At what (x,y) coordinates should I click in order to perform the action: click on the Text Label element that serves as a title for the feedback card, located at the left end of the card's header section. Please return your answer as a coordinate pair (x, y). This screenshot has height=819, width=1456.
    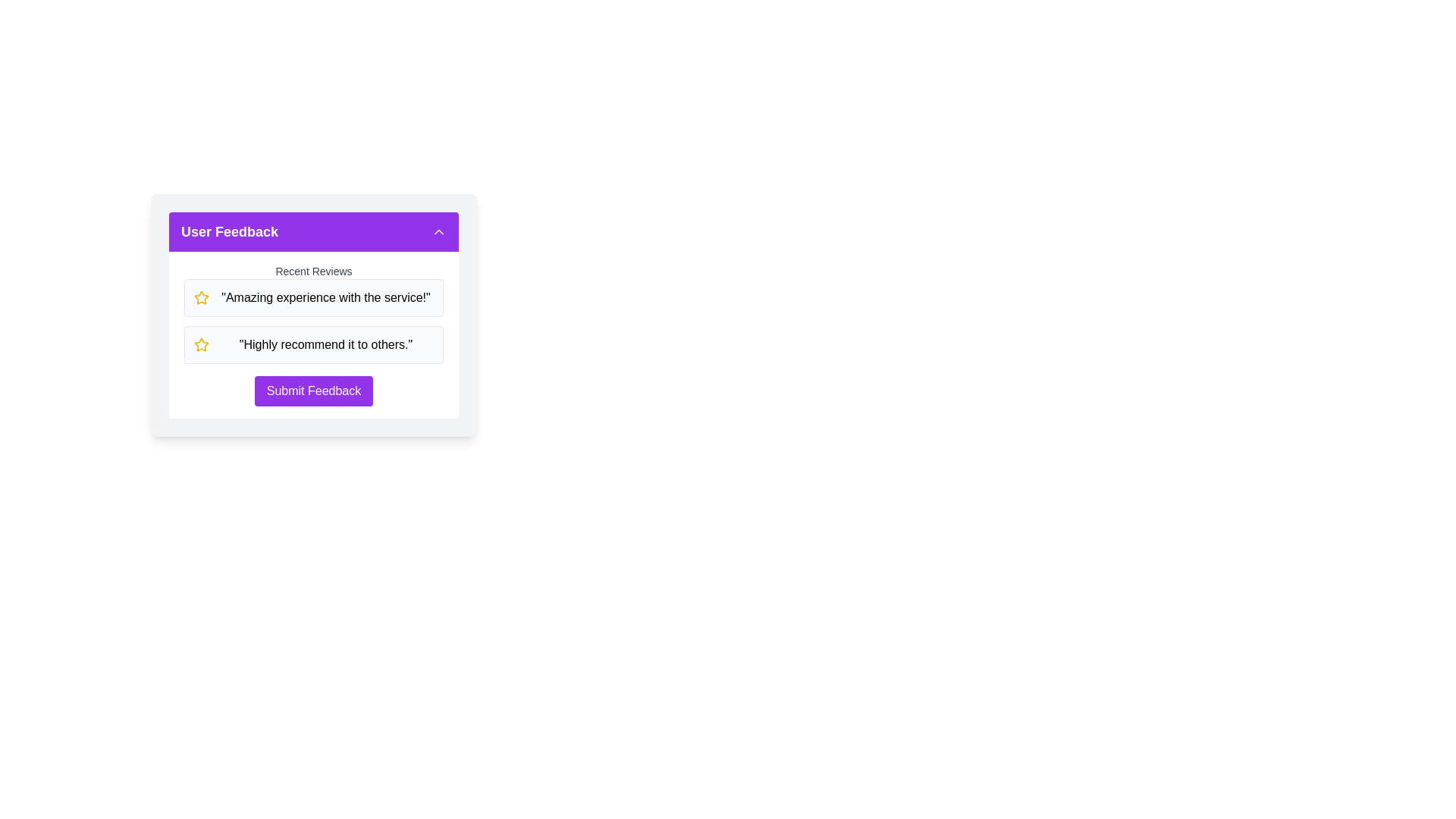
    Looking at the image, I should click on (228, 231).